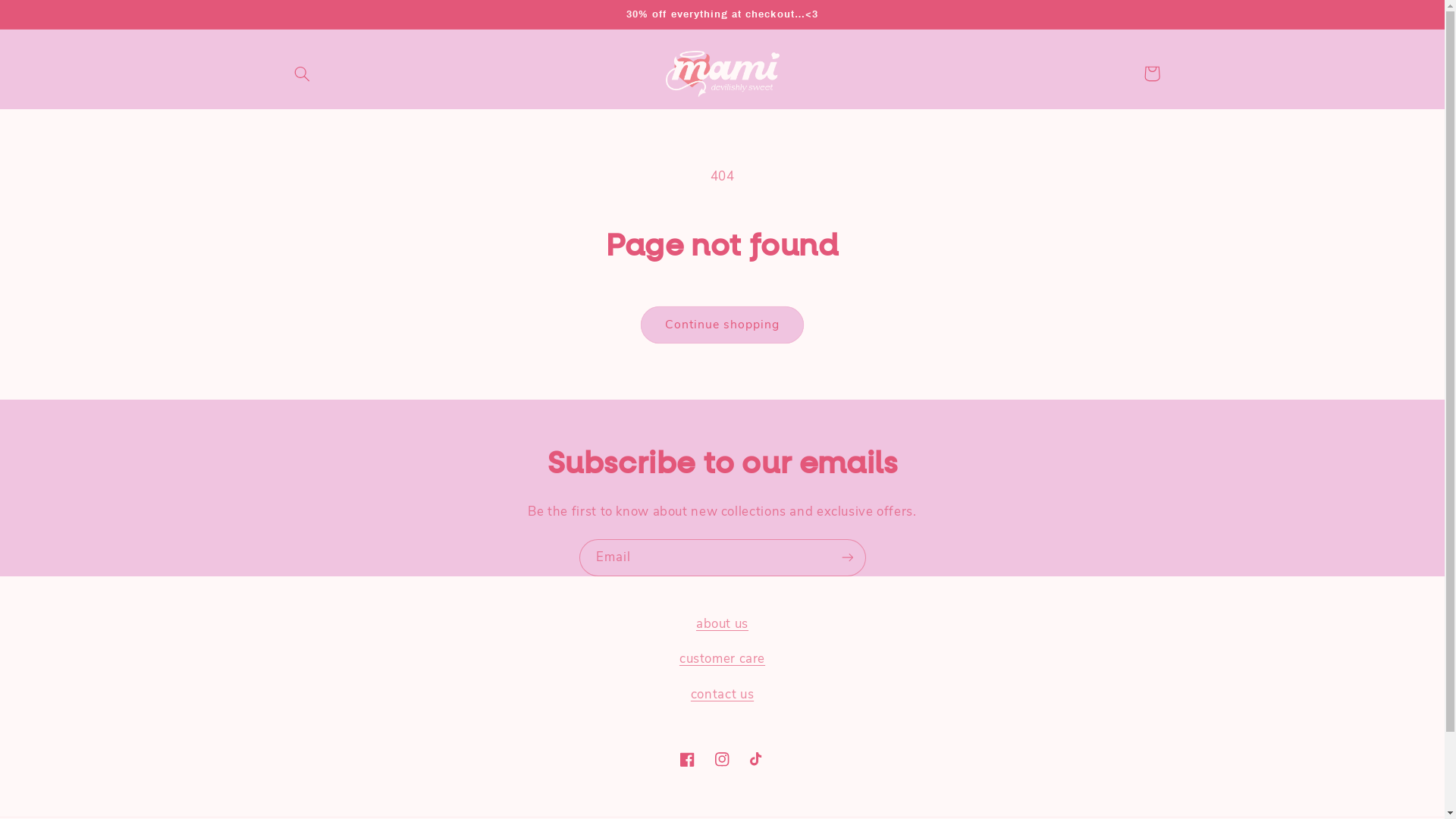 Image resolution: width=1456 pixels, height=819 pixels. Describe the element at coordinates (721, 324) in the screenshot. I see `'Continue shopping'` at that location.